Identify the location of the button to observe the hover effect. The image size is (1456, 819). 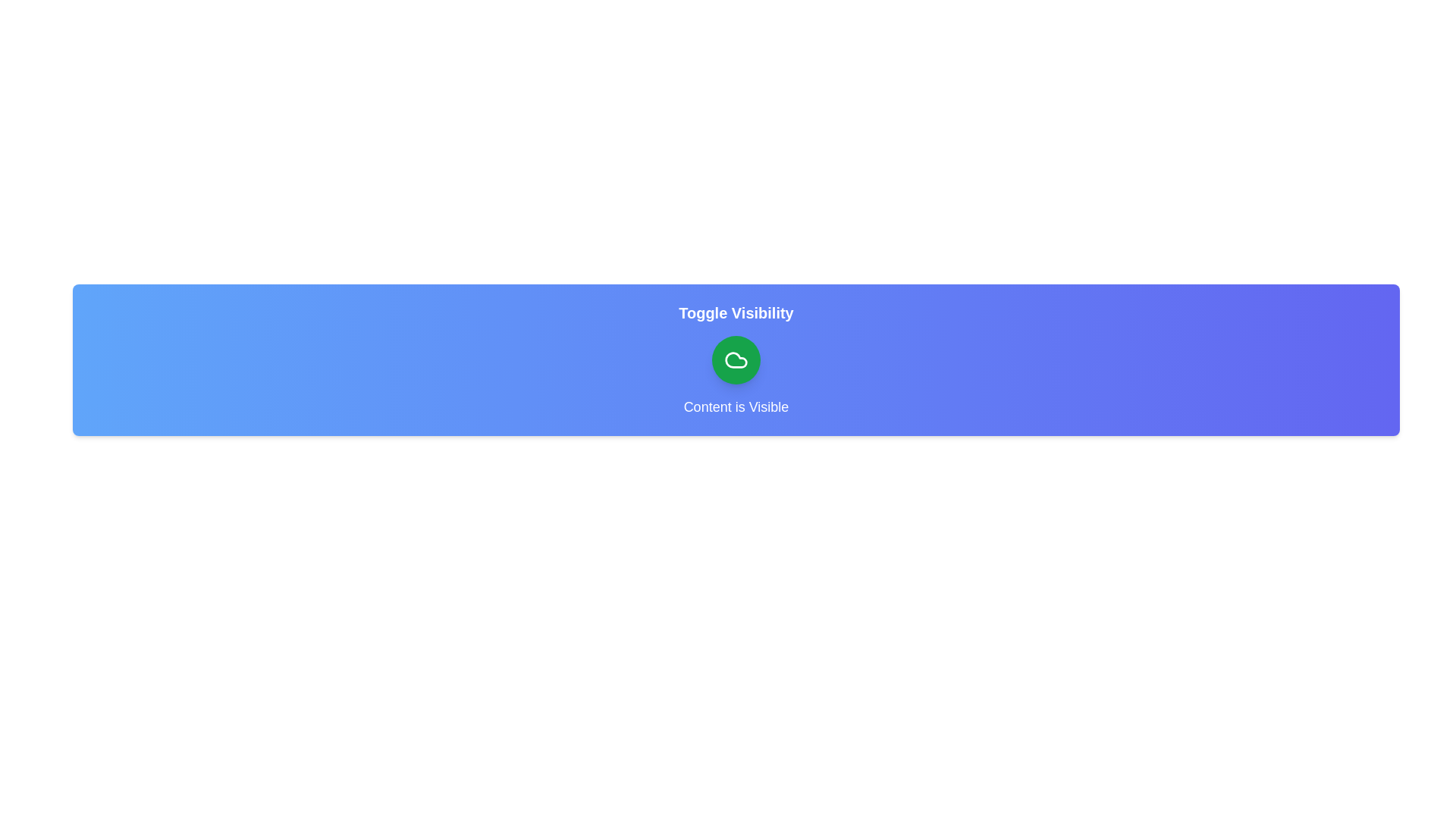
(736, 359).